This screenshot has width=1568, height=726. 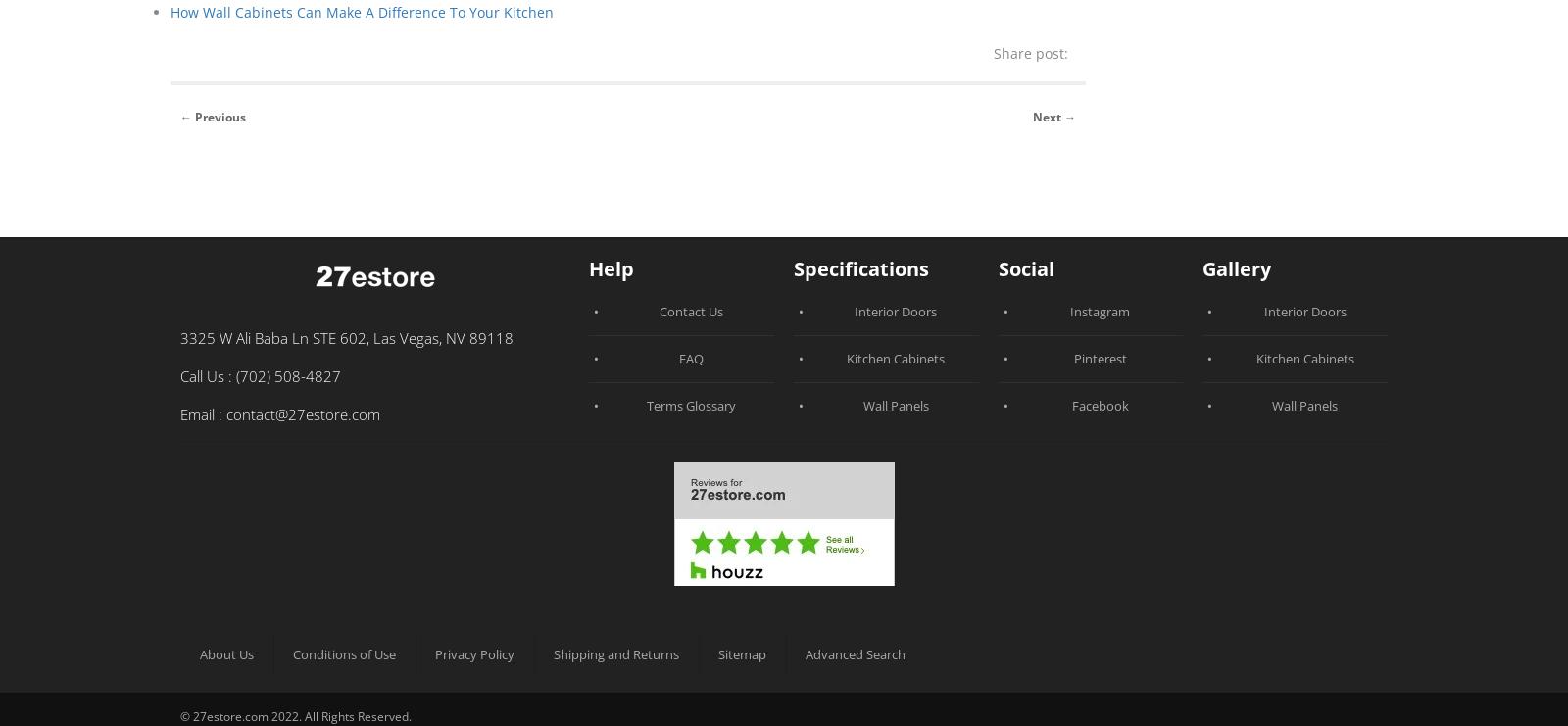 What do you see at coordinates (213, 116) in the screenshot?
I see `'← Previous'` at bounding box center [213, 116].